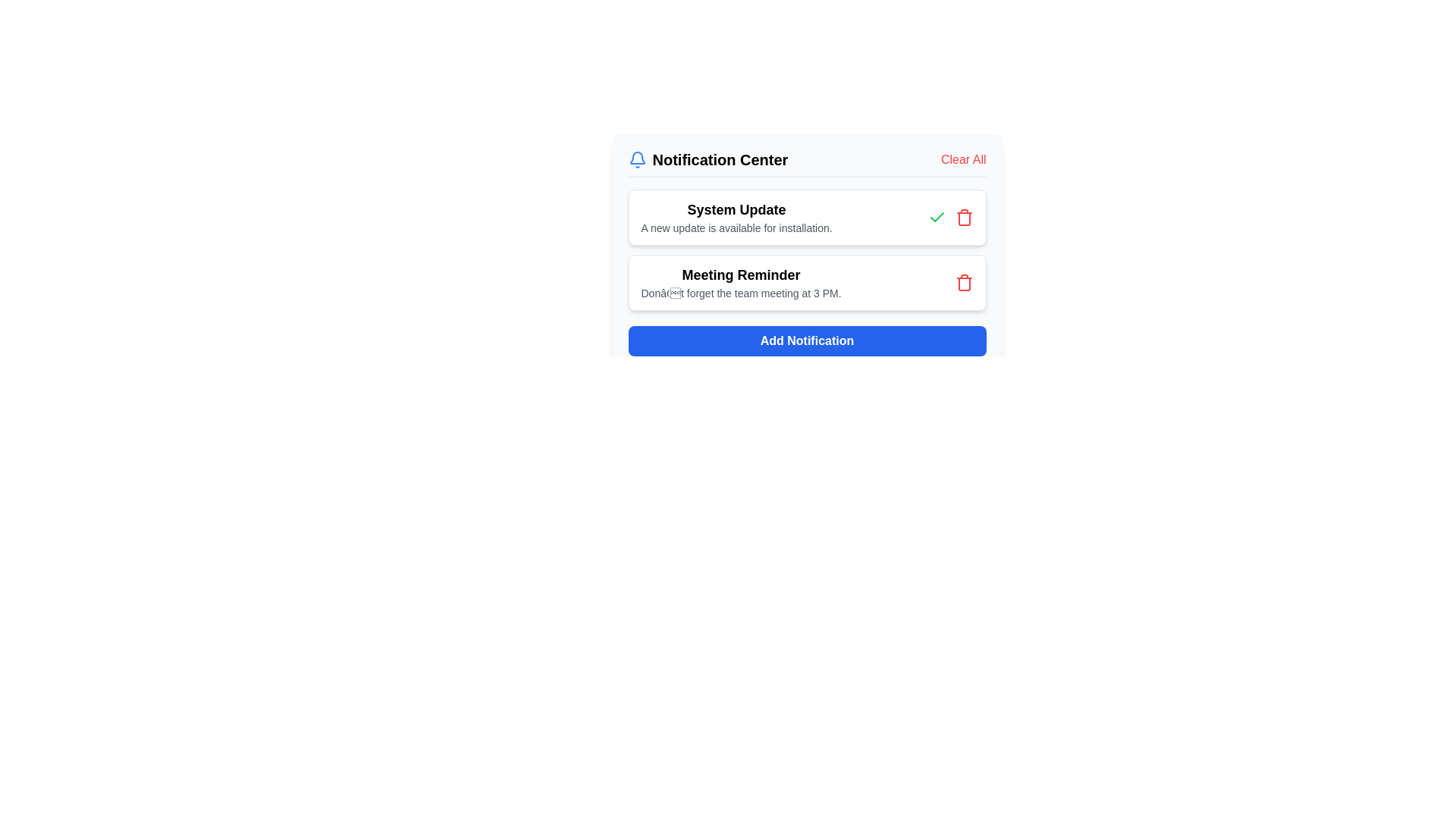 This screenshot has height=819, width=1456. What do you see at coordinates (637, 160) in the screenshot?
I see `the bell icon located in the top-left corner of the 'Notification Center' section` at bounding box center [637, 160].